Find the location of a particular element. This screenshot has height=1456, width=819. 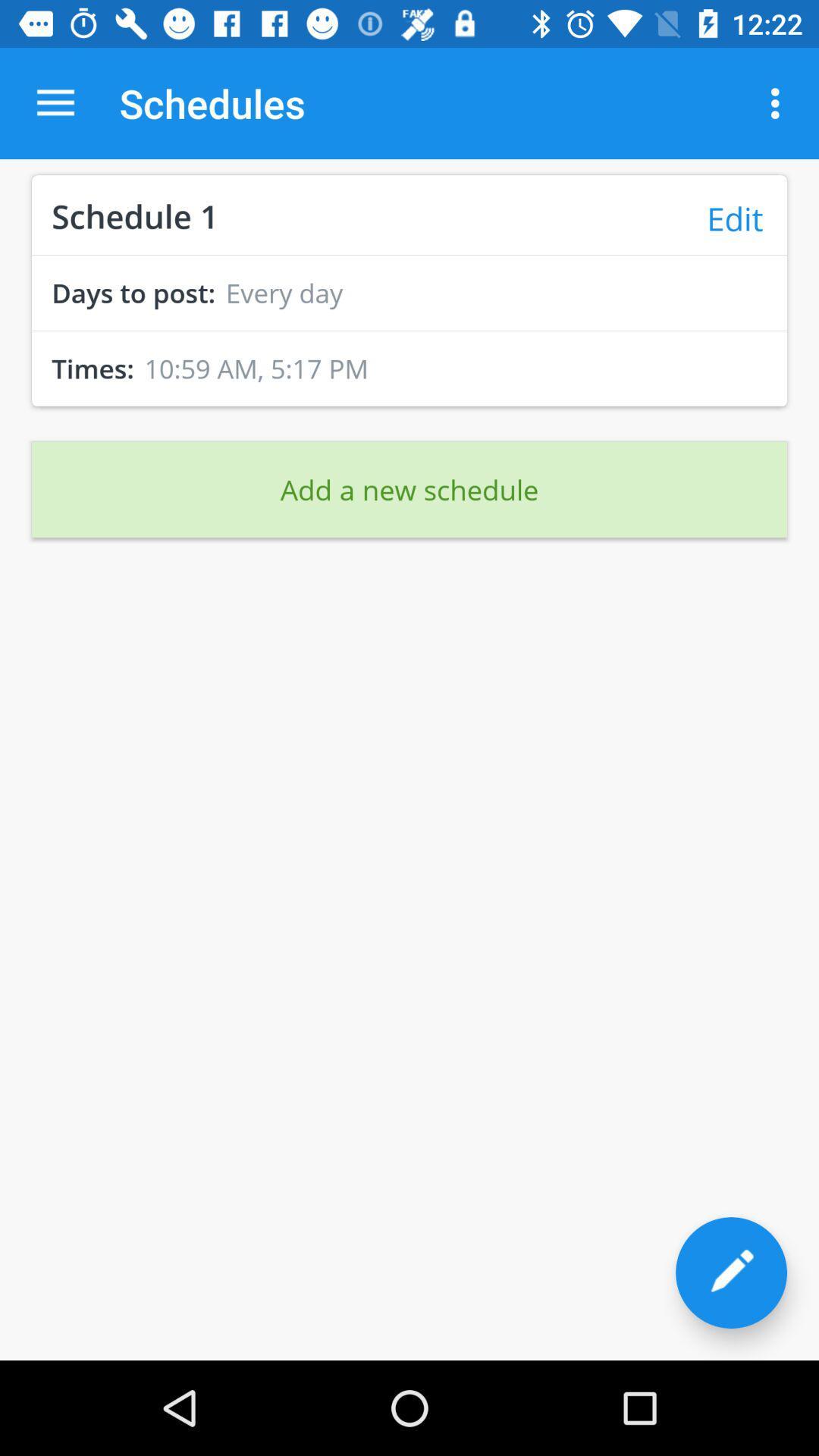

item above edit item is located at coordinates (779, 102).